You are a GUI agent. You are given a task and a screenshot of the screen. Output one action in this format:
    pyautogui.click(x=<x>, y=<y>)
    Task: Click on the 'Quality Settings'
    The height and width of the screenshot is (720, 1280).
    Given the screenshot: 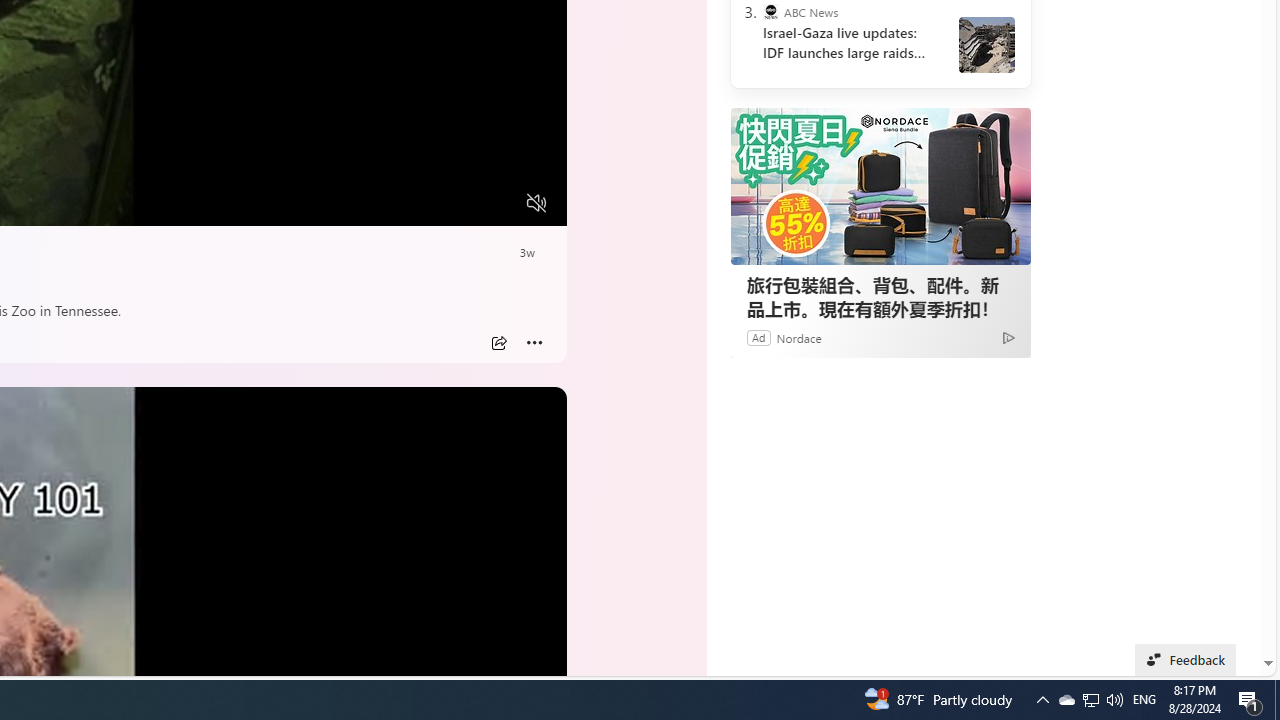 What is the action you would take?
    pyautogui.click(x=417, y=203)
    